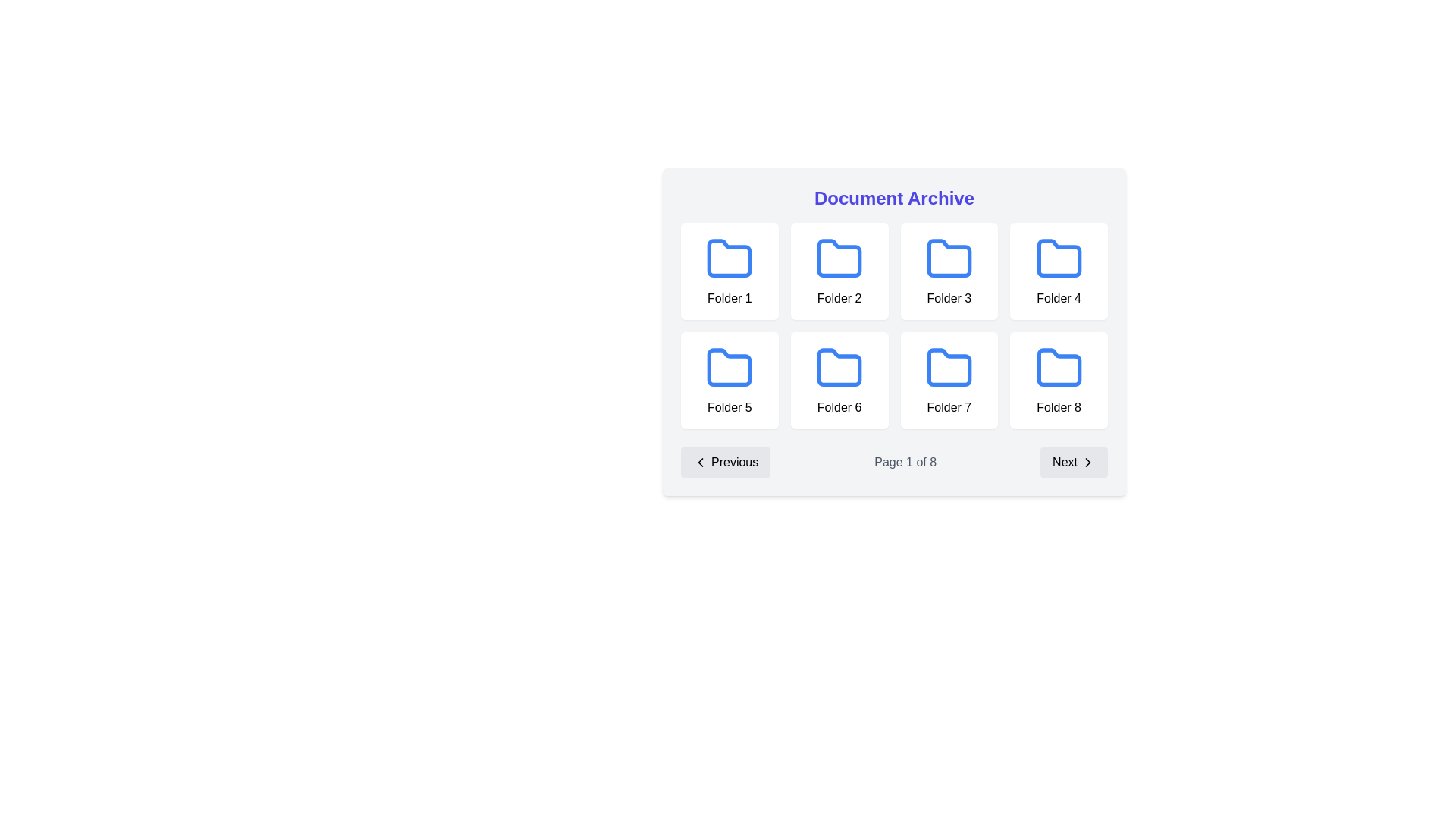  Describe the element at coordinates (1058, 406) in the screenshot. I see `the text label that serves as the name or purpose of the folder-like item, located as the last item` at that location.